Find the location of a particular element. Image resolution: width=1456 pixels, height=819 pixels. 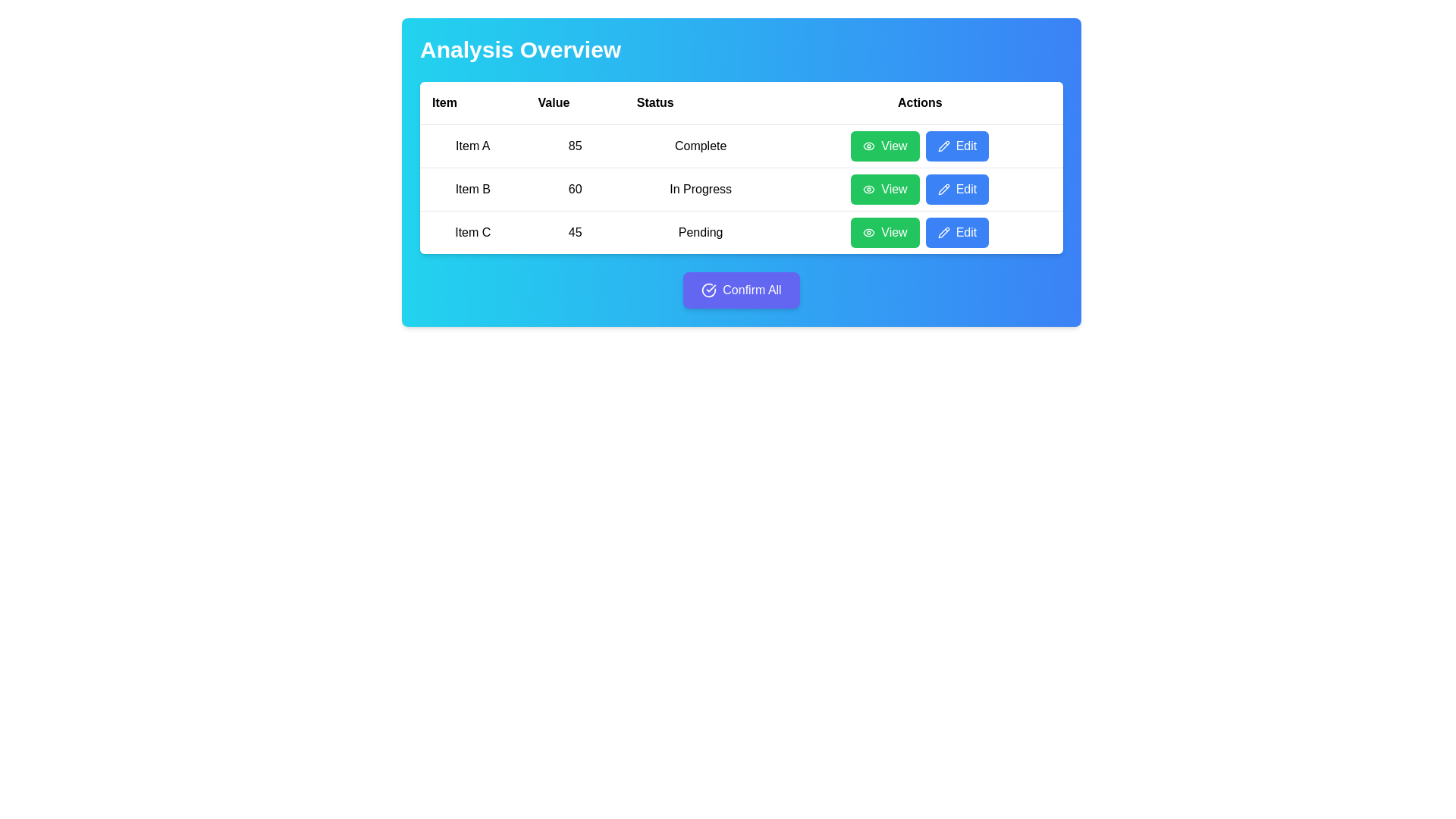

the button in the action bar for 'Item C' is located at coordinates (919, 233).